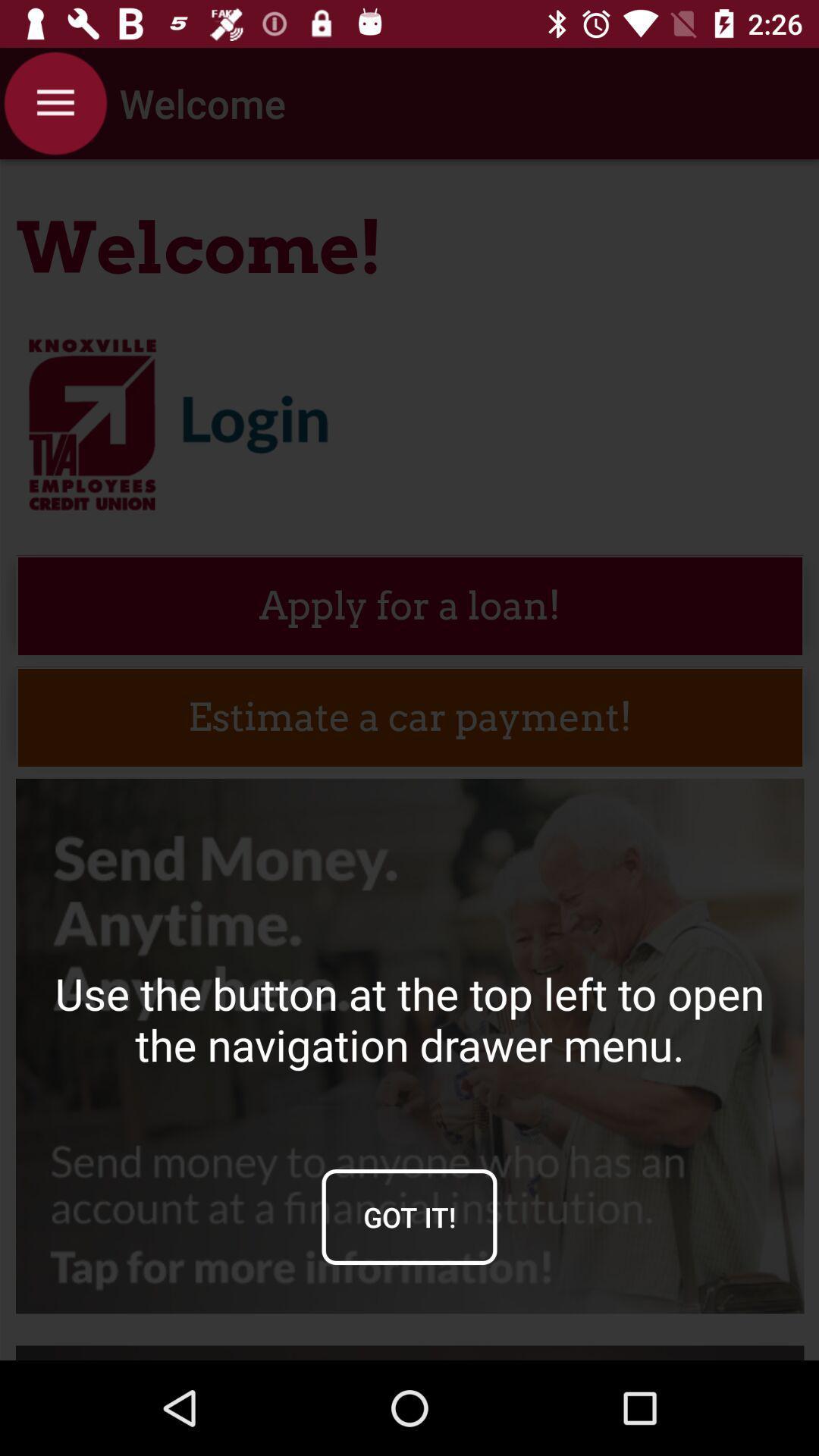 This screenshot has height=1456, width=819. Describe the element at coordinates (409, 1216) in the screenshot. I see `the icon below the use the button icon` at that location.